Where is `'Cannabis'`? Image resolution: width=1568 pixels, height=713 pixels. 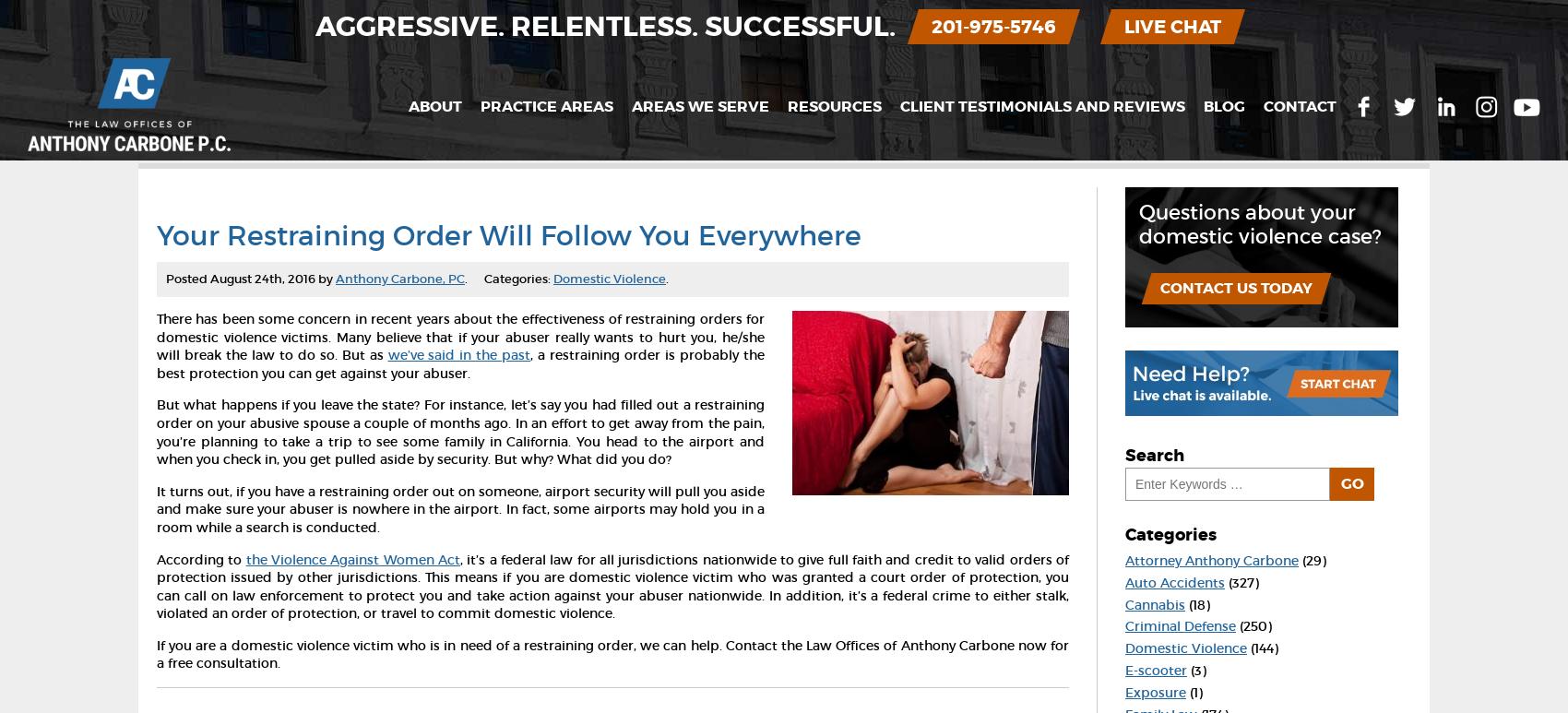 'Cannabis' is located at coordinates (1154, 603).